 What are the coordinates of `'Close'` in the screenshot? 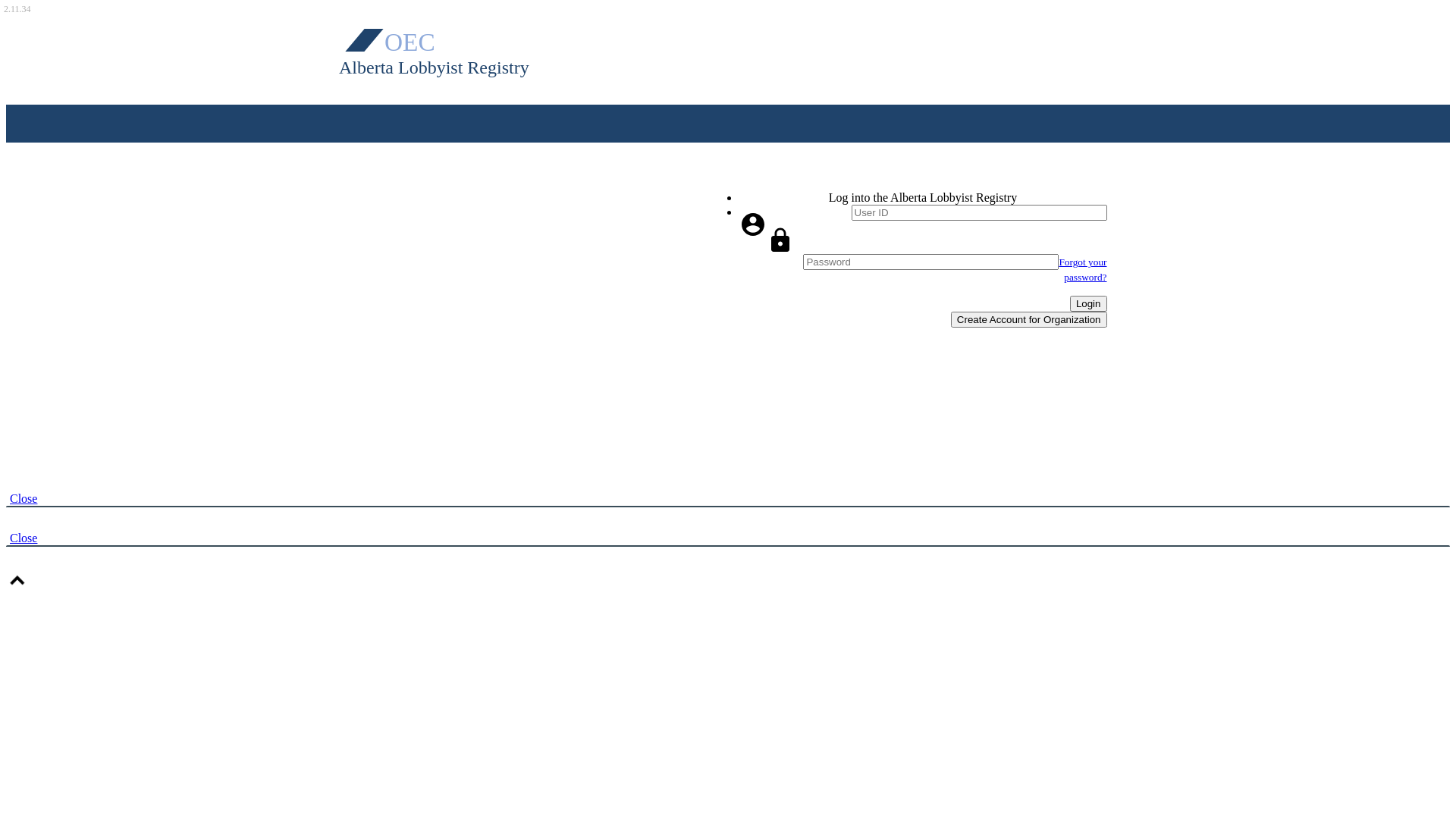 It's located at (23, 499).